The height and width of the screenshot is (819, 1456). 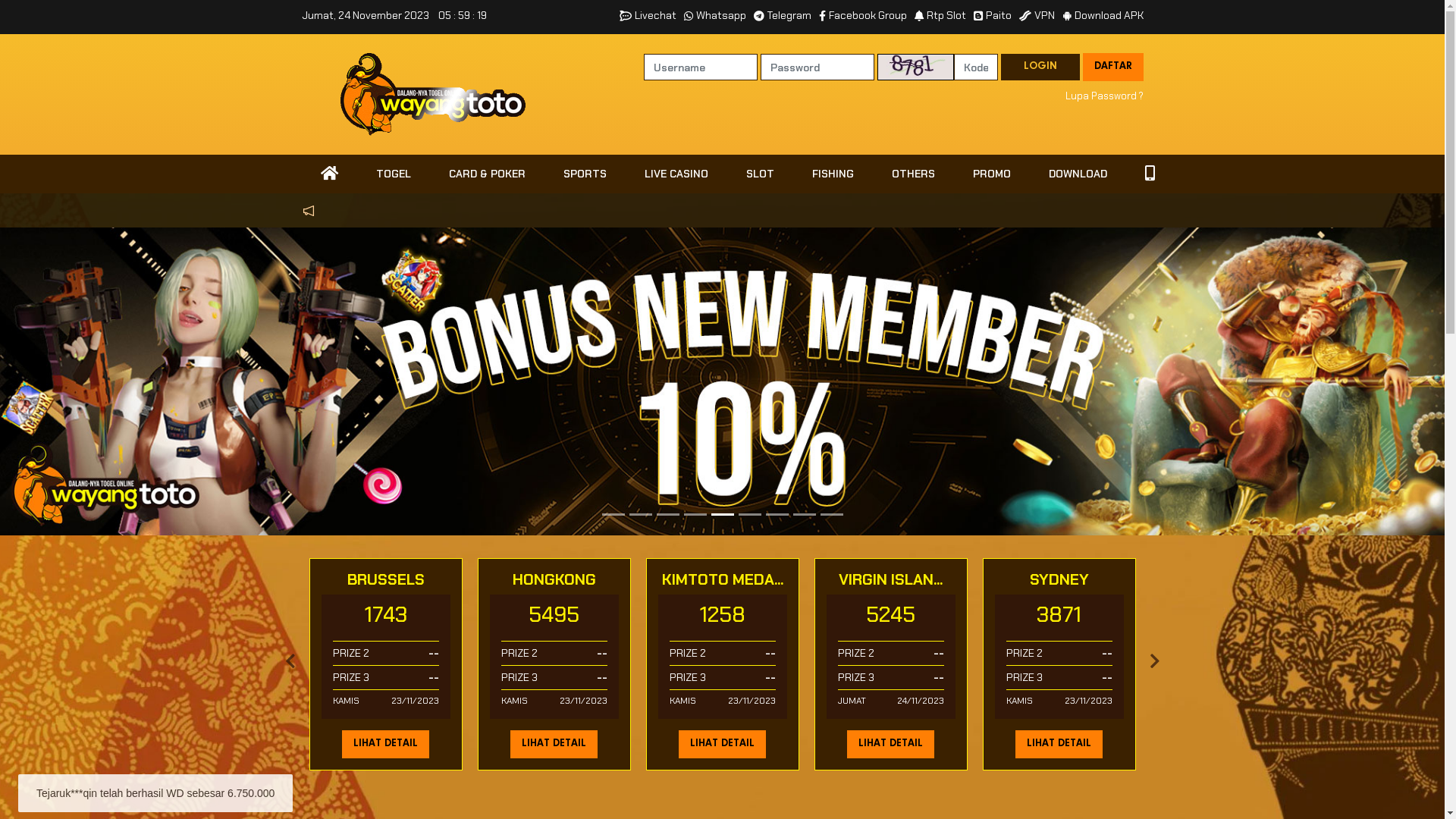 I want to click on 'FISHING', so click(x=832, y=173).